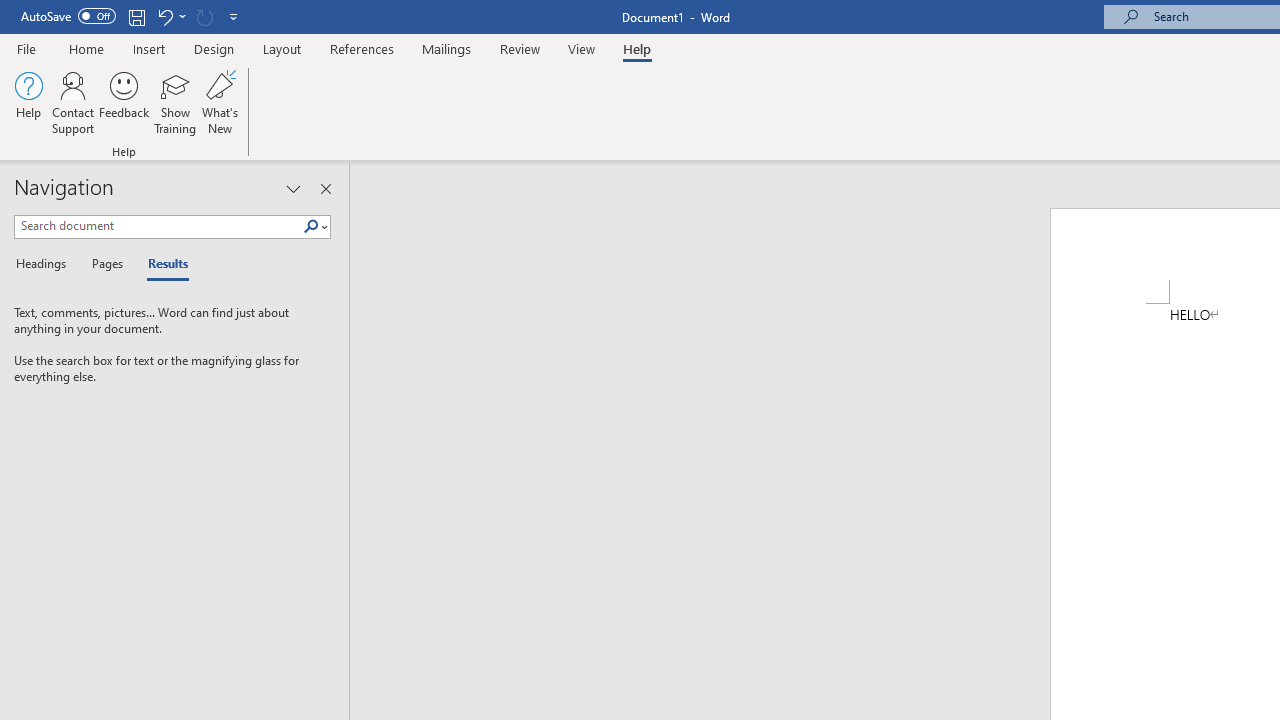  Describe the element at coordinates (281, 48) in the screenshot. I see `'Layout'` at that location.